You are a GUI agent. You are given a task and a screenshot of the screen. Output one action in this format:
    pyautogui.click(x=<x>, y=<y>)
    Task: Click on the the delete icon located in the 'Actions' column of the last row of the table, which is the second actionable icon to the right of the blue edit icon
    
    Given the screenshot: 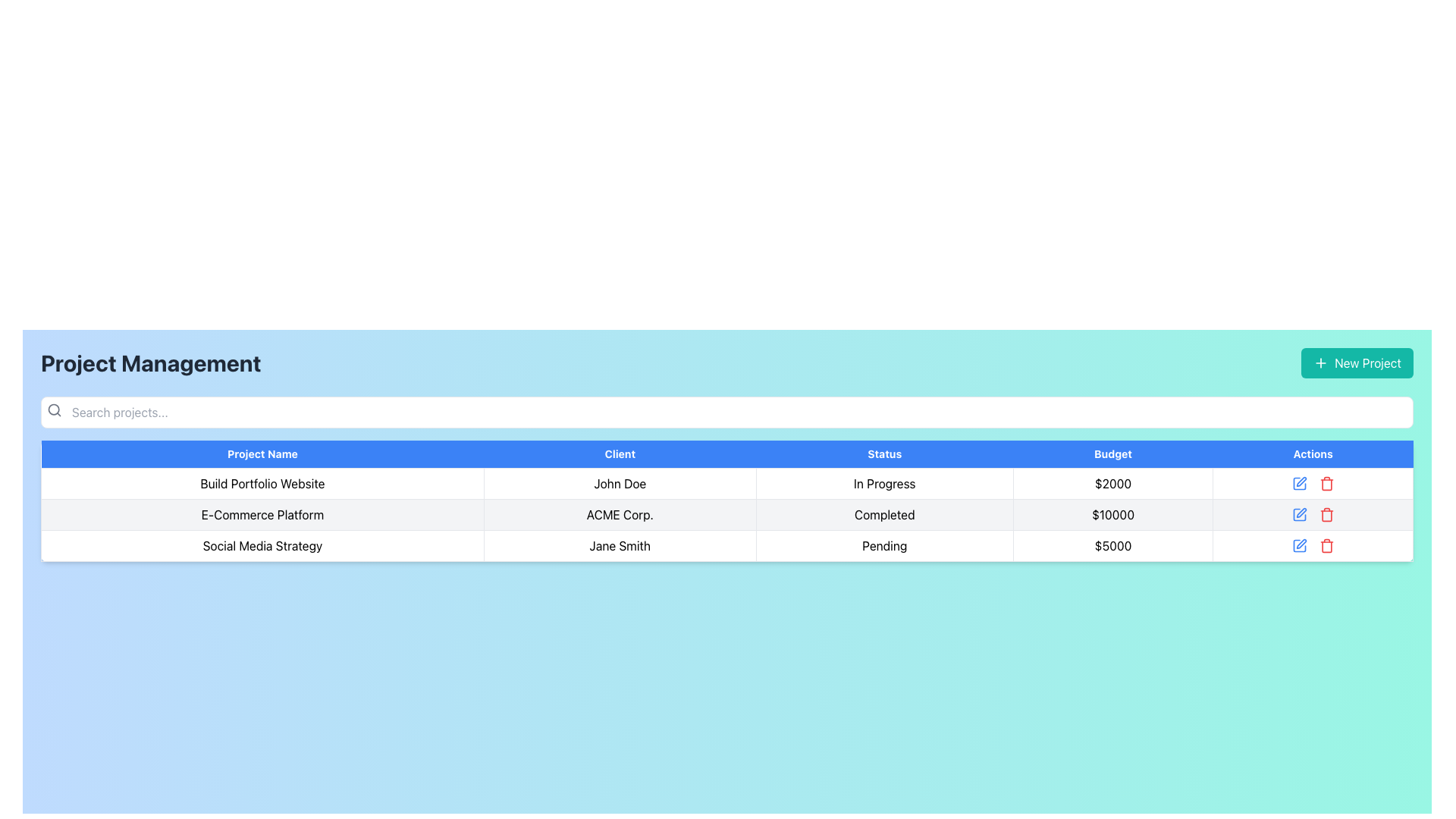 What is the action you would take?
    pyautogui.click(x=1325, y=483)
    